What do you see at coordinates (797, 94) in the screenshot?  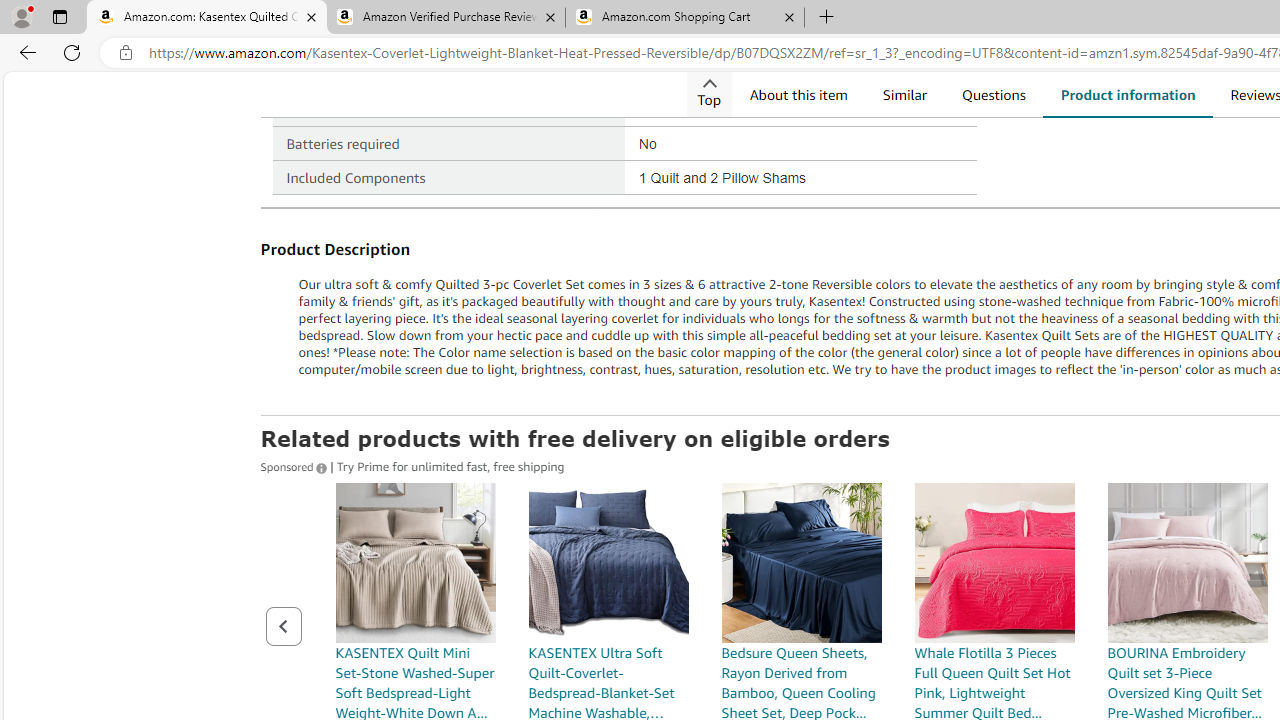 I see `'About this item'` at bounding box center [797, 94].